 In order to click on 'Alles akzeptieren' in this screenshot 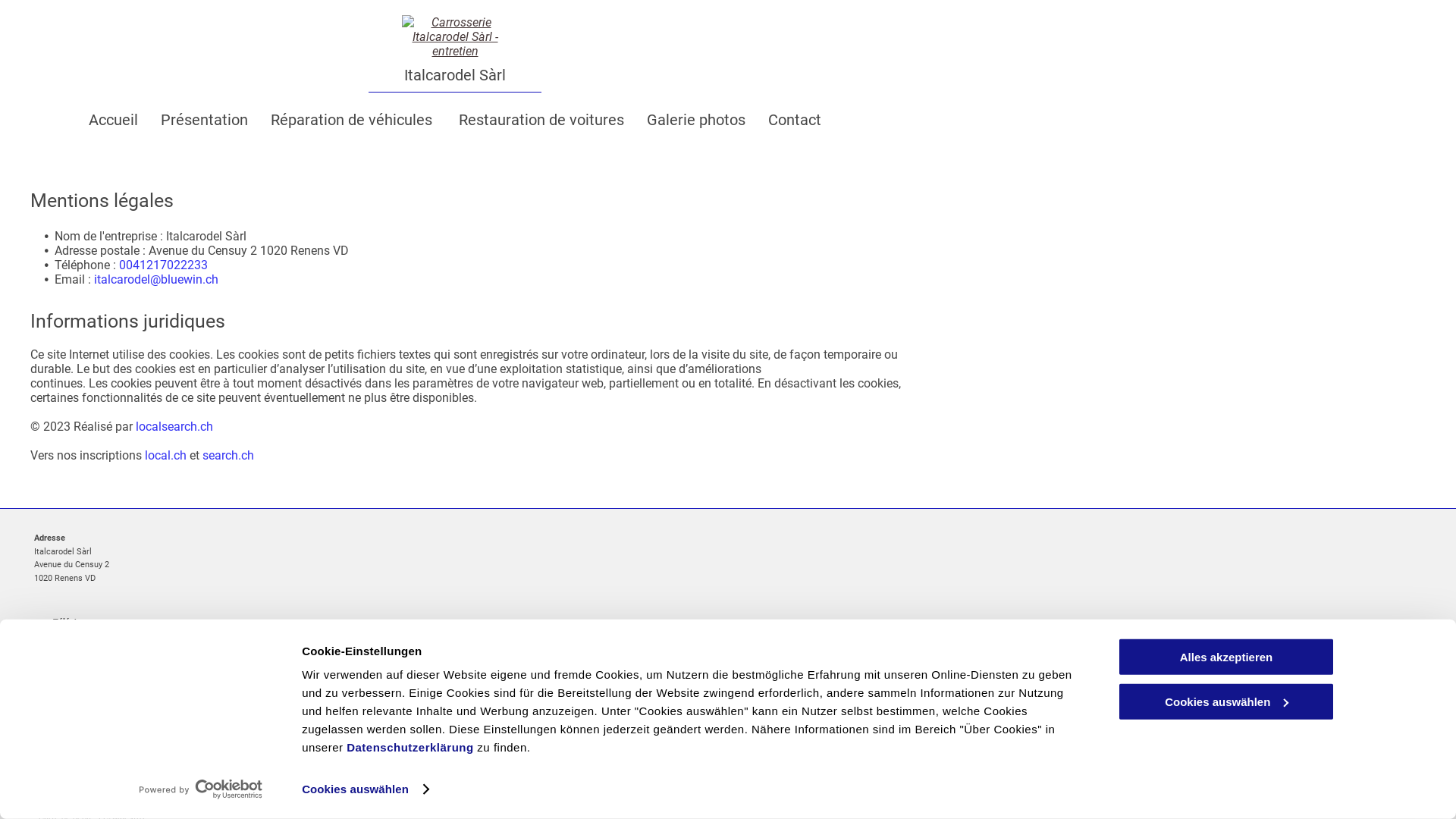, I will do `click(1226, 656)`.